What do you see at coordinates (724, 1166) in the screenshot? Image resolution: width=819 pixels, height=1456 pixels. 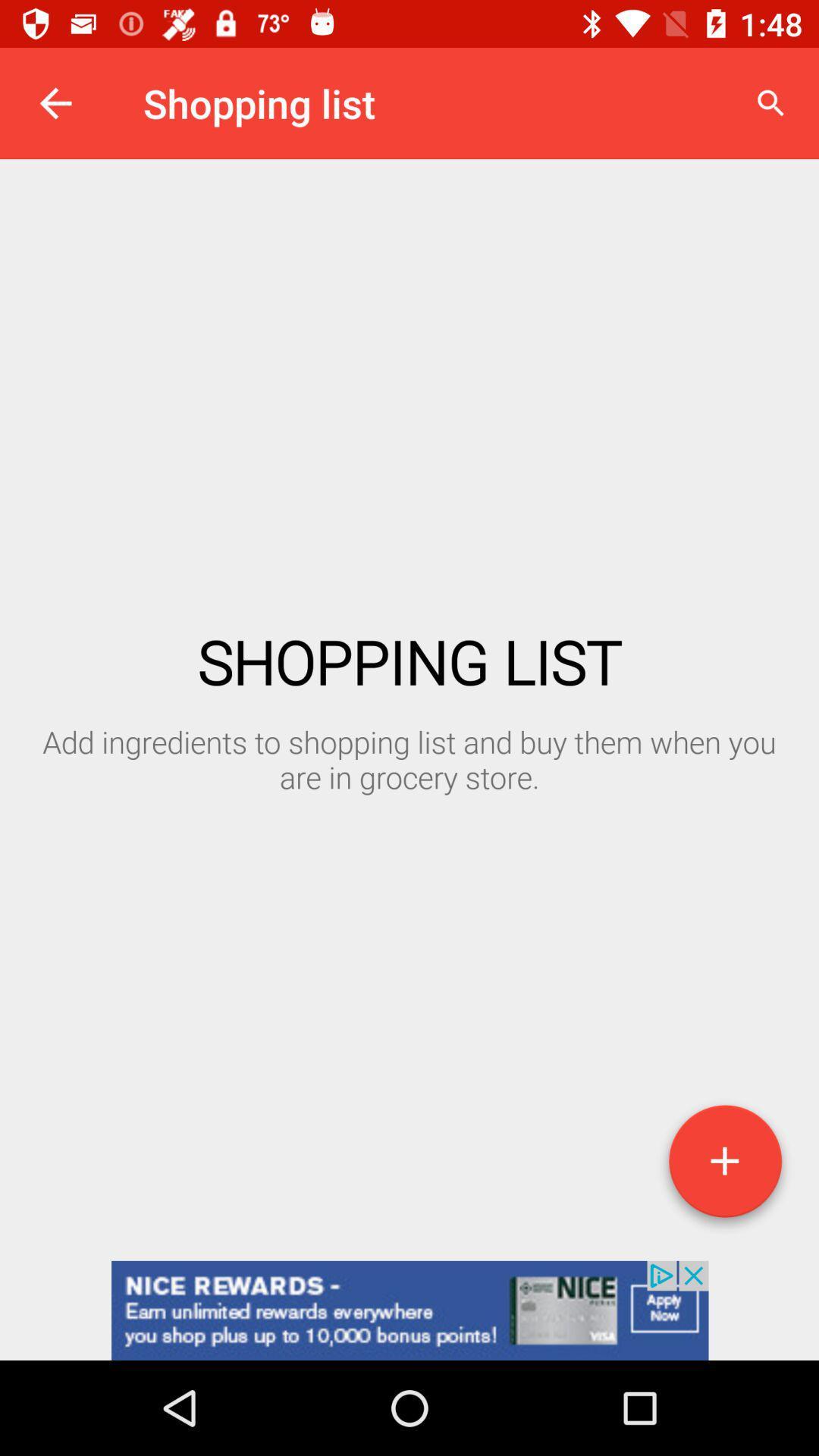 I see `the add icon` at bounding box center [724, 1166].